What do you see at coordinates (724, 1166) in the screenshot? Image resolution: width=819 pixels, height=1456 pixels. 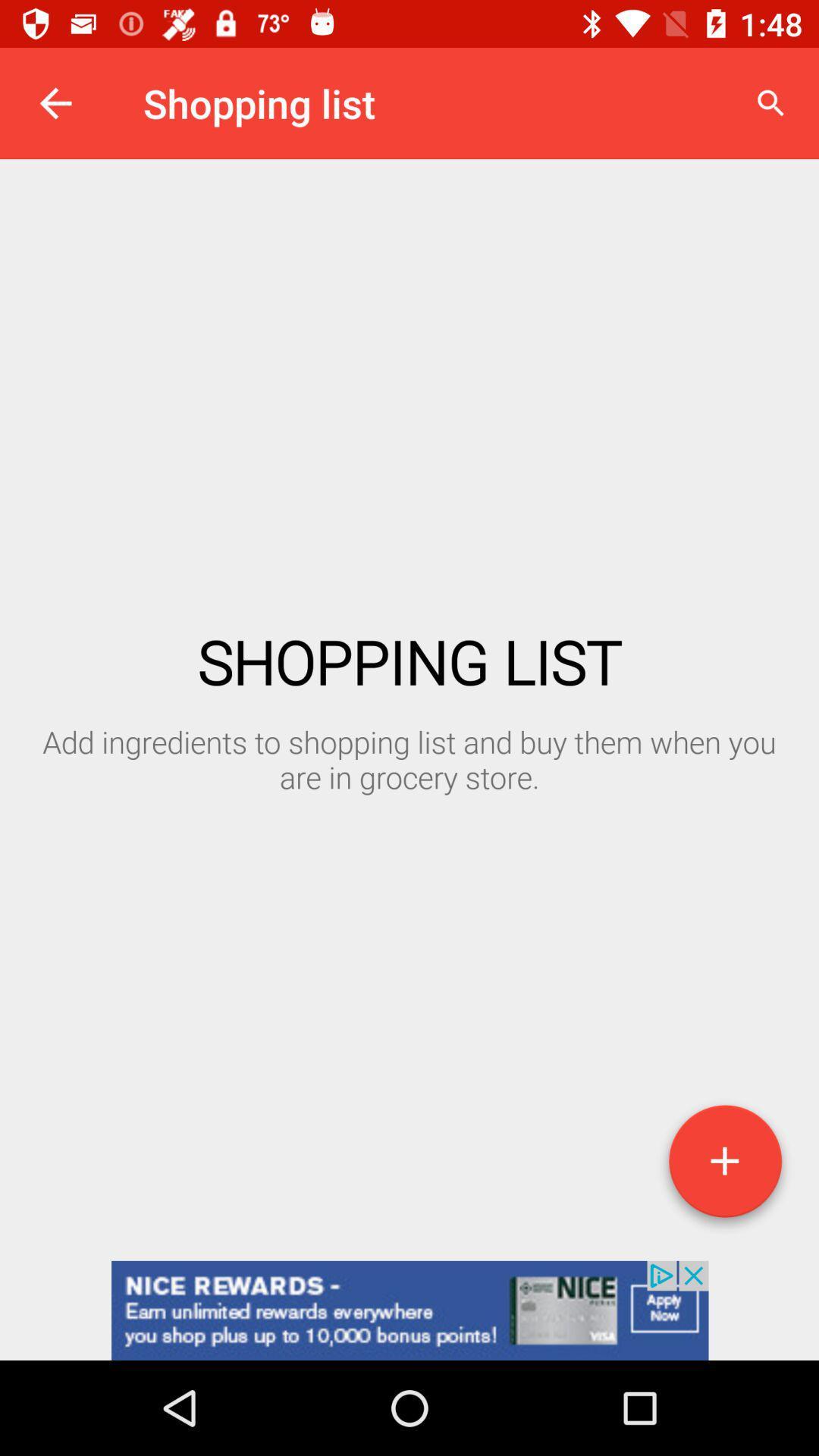 I see `the add icon` at bounding box center [724, 1166].